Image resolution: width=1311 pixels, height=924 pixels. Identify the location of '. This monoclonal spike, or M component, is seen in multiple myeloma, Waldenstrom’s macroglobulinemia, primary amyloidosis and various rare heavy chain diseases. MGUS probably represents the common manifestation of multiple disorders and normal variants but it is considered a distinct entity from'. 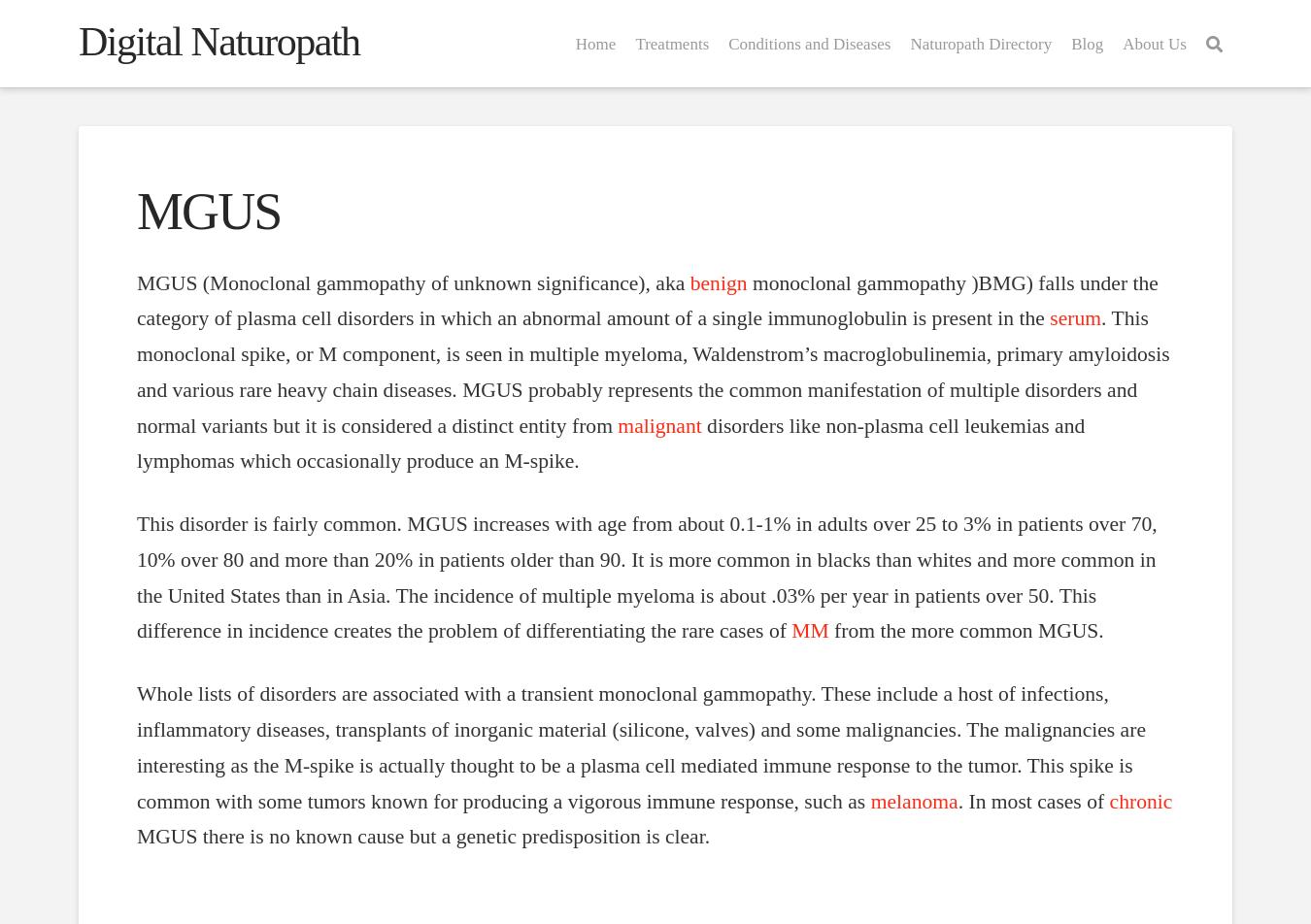
(653, 371).